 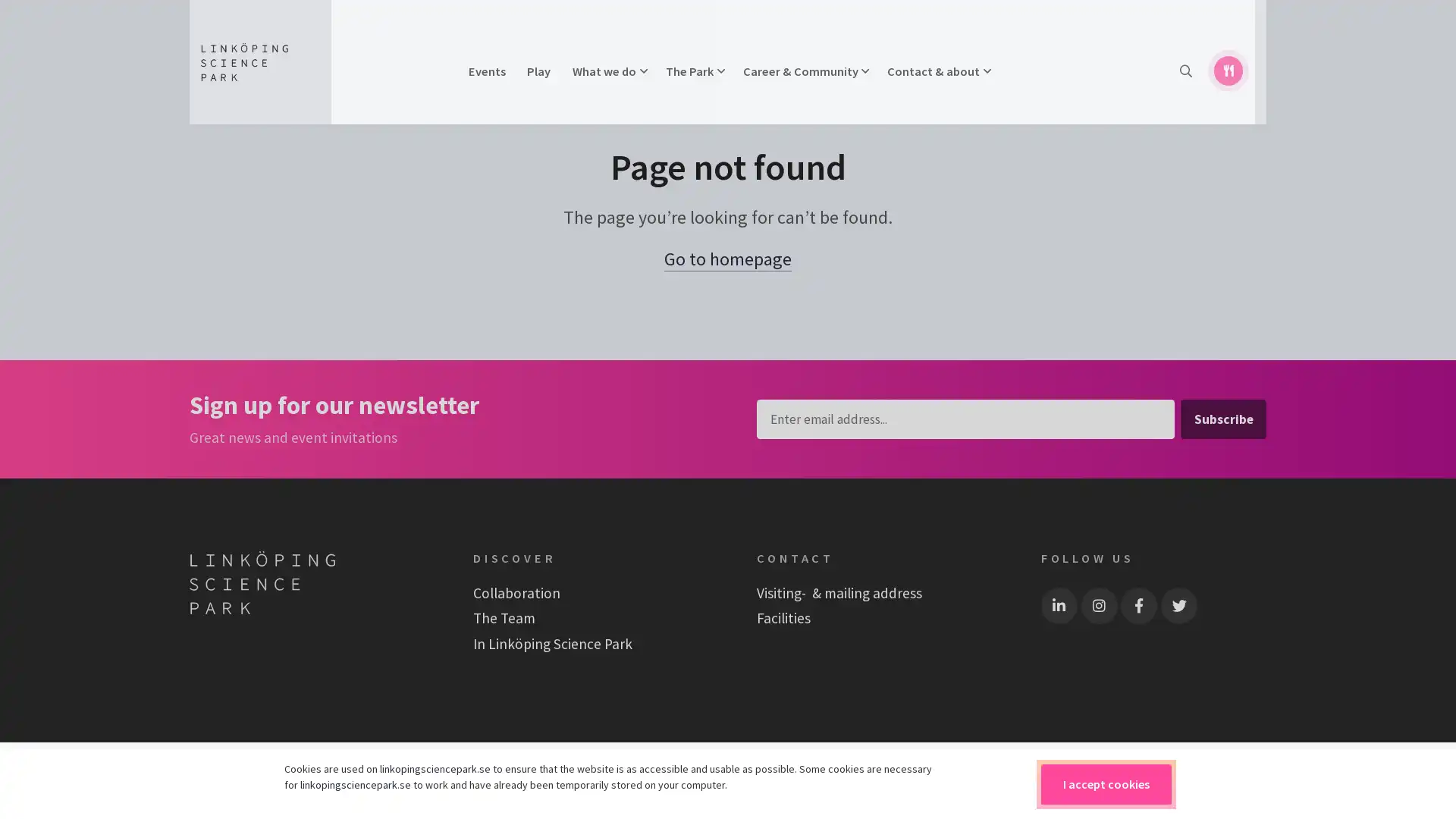 What do you see at coordinates (1219, 419) in the screenshot?
I see `Subscribe` at bounding box center [1219, 419].